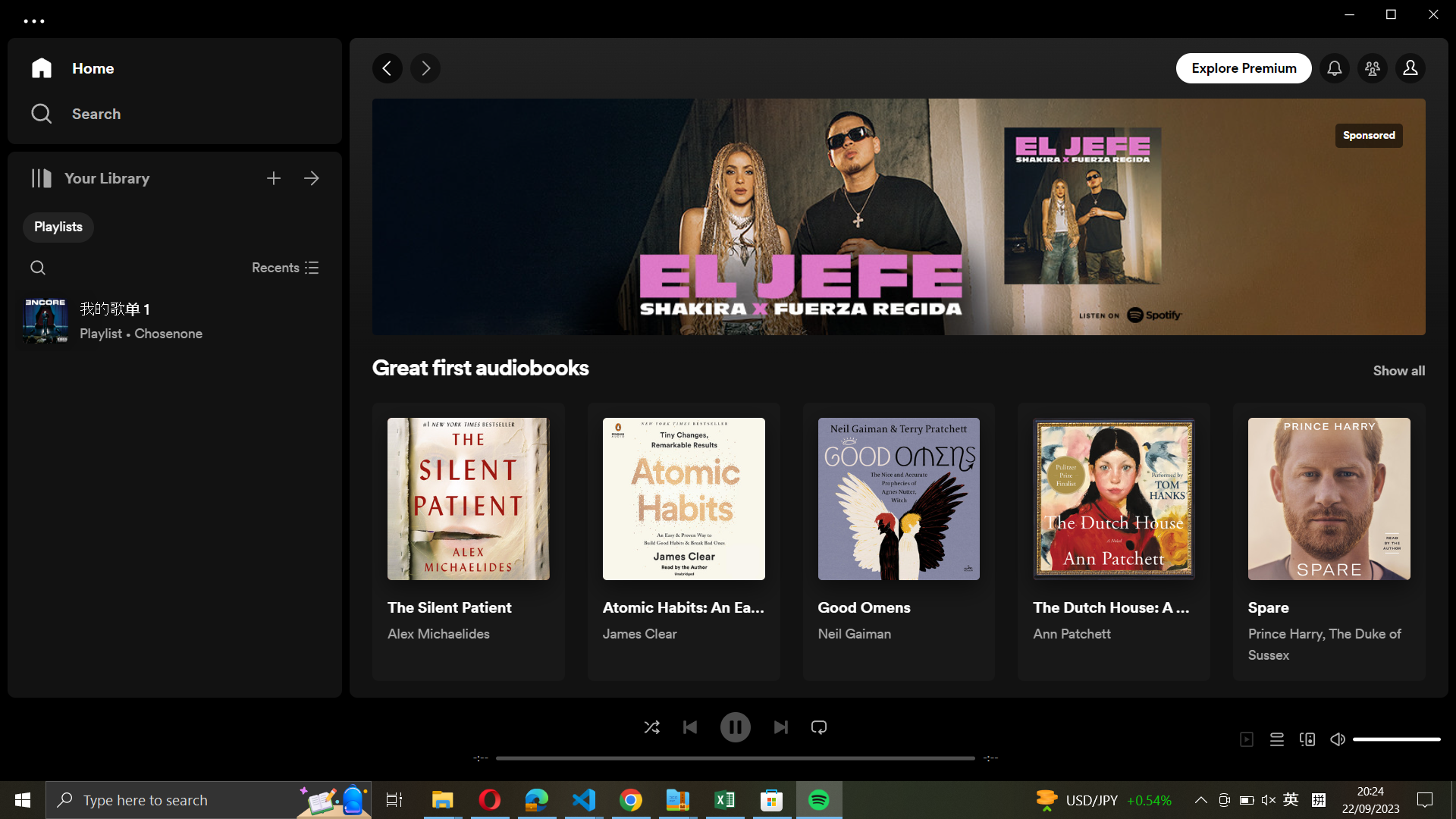 Image resolution: width=1456 pixels, height=819 pixels. Describe the element at coordinates (1358, 738) in the screenshot. I see `Decrease the audio amplitude` at that location.